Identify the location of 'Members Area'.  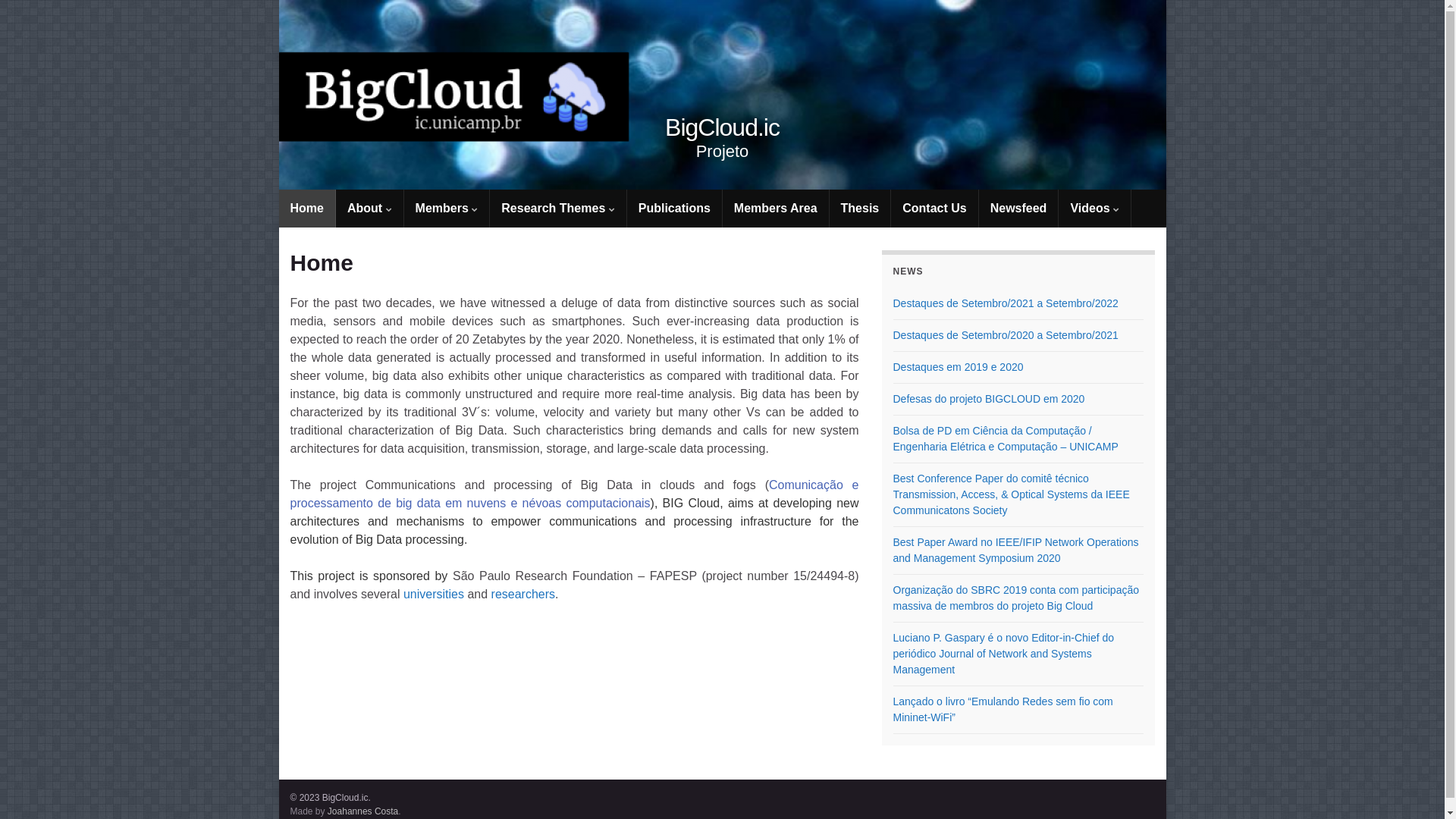
(722, 208).